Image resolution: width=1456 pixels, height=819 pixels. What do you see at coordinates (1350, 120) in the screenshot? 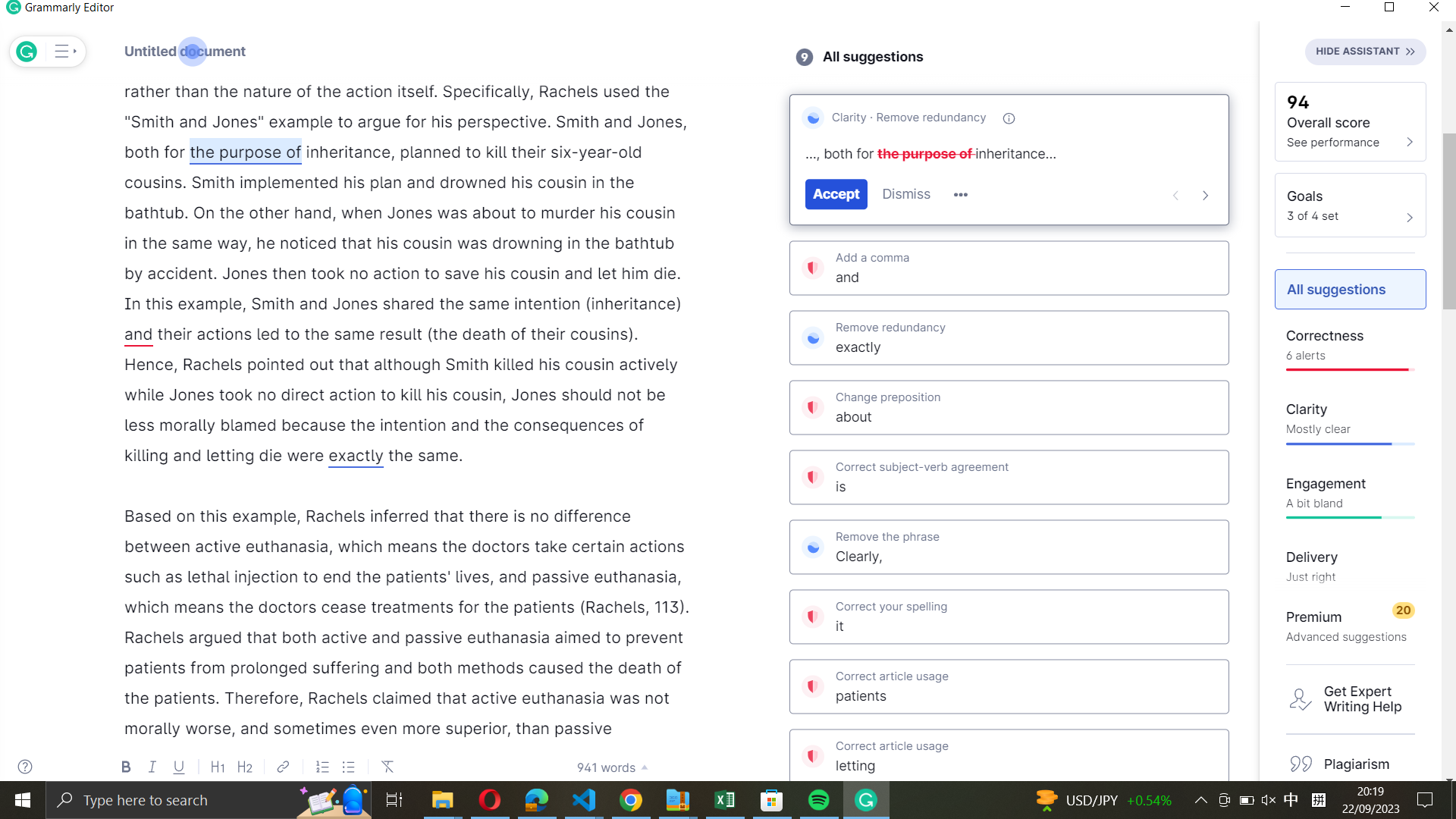
I see `overall performance markings` at bounding box center [1350, 120].